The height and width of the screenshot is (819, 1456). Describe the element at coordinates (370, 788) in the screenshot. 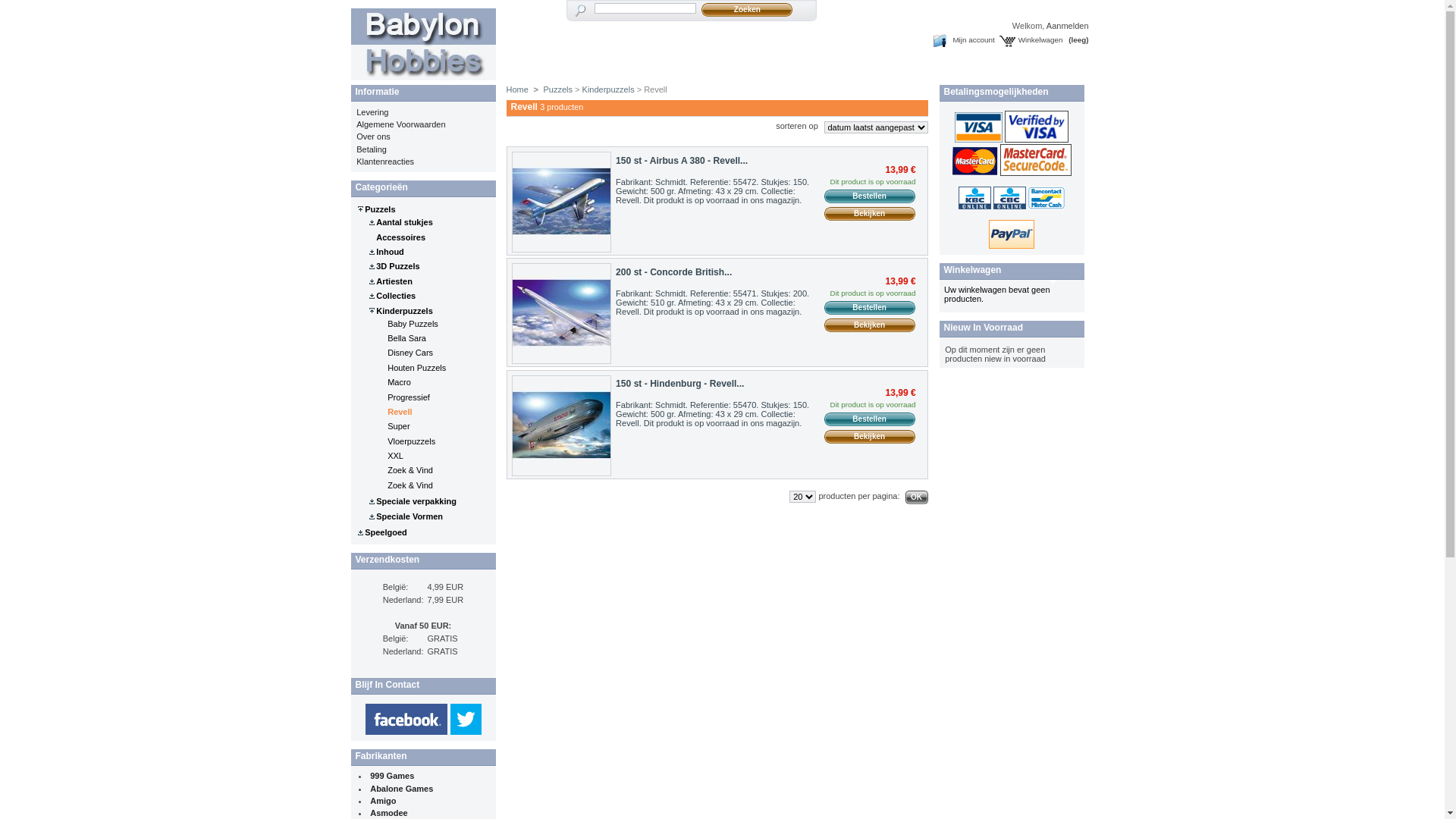

I see `'Abalone Games'` at that location.